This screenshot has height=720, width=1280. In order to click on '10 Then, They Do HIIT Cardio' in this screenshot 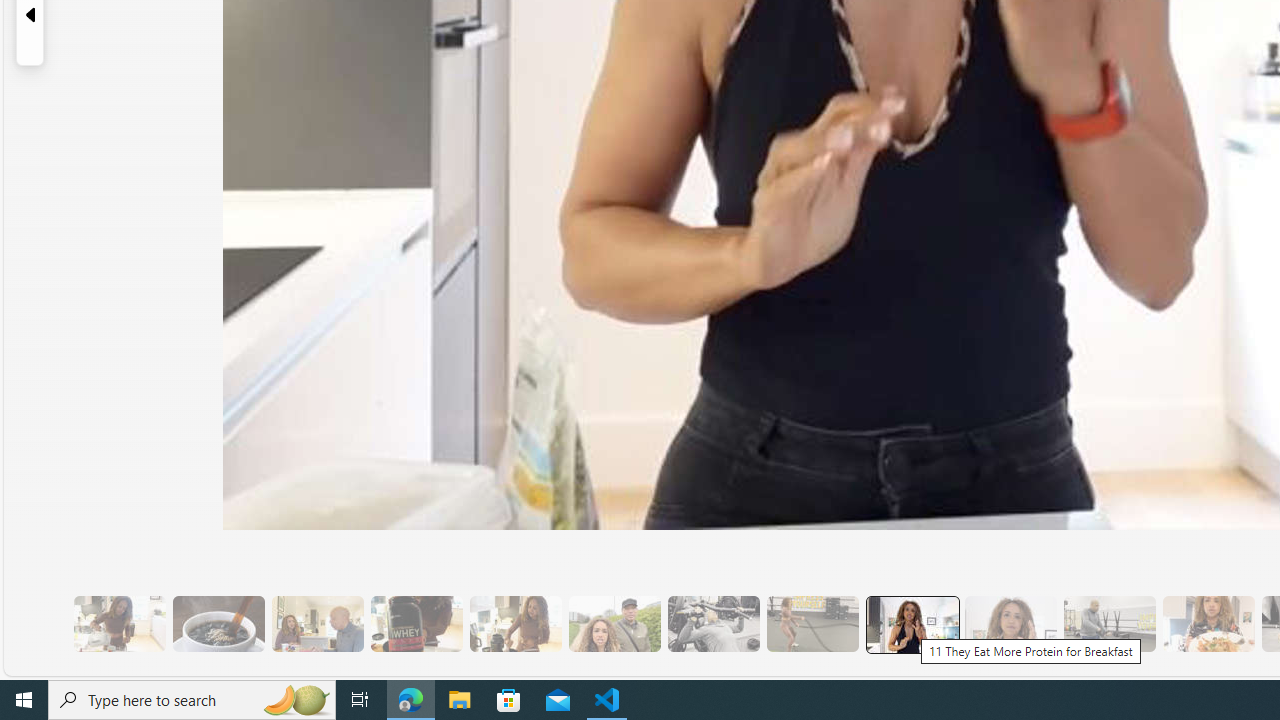, I will do `click(812, 623)`.